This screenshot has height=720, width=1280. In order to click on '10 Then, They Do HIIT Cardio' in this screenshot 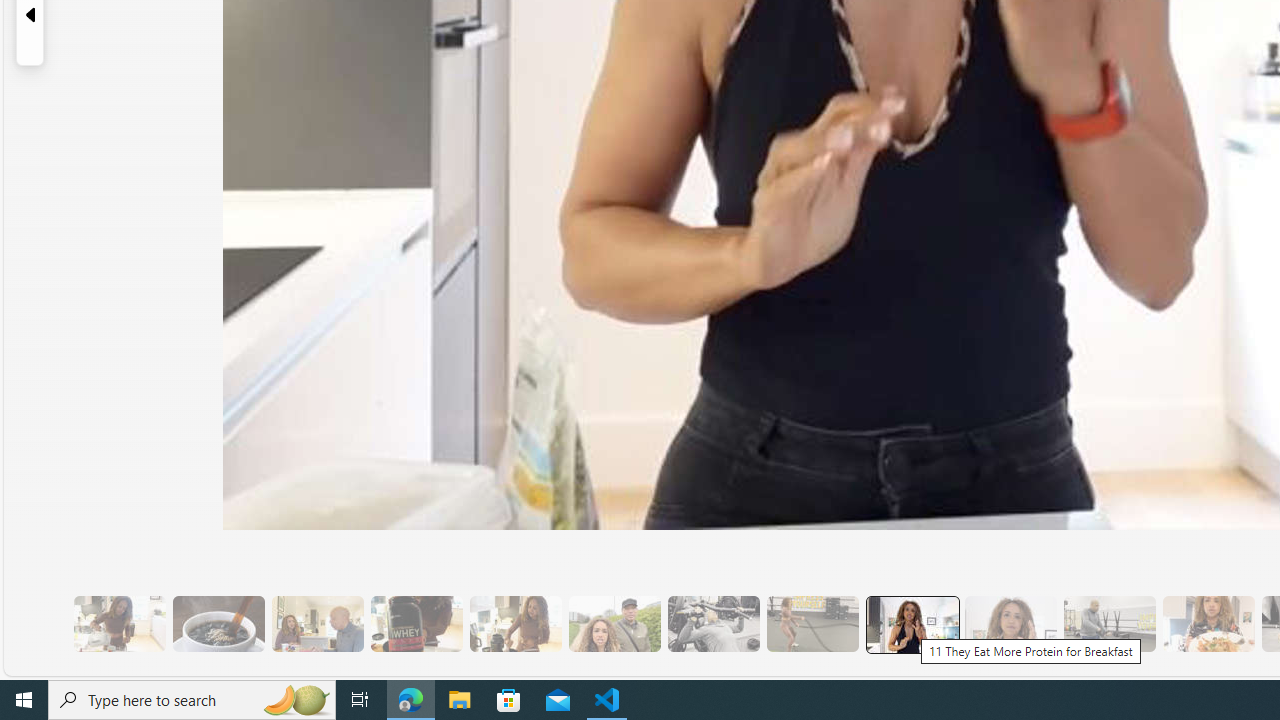, I will do `click(812, 623)`.